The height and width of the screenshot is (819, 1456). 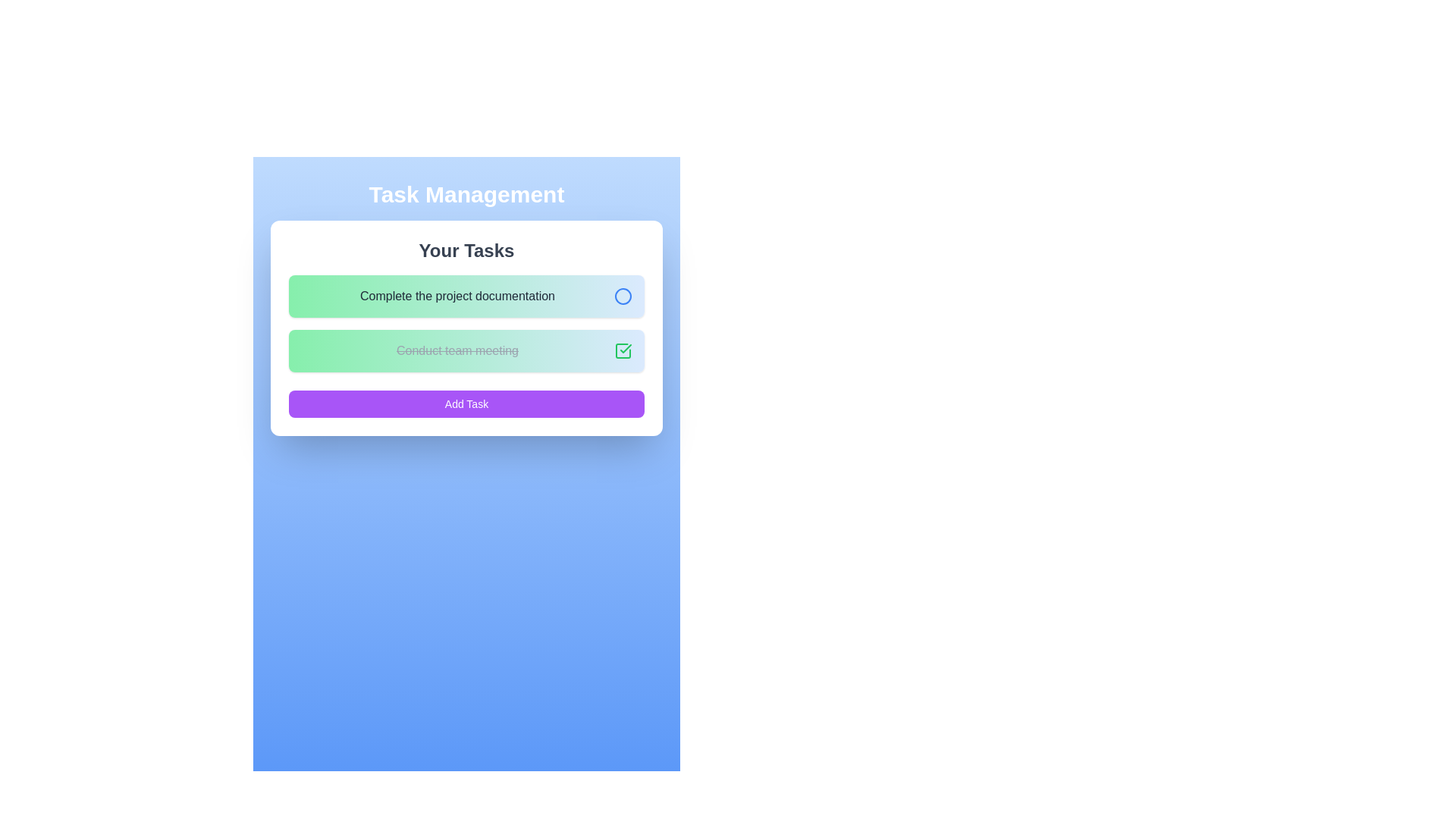 I want to click on the 'Complete the project documentation' task from the Task List, so click(x=466, y=323).